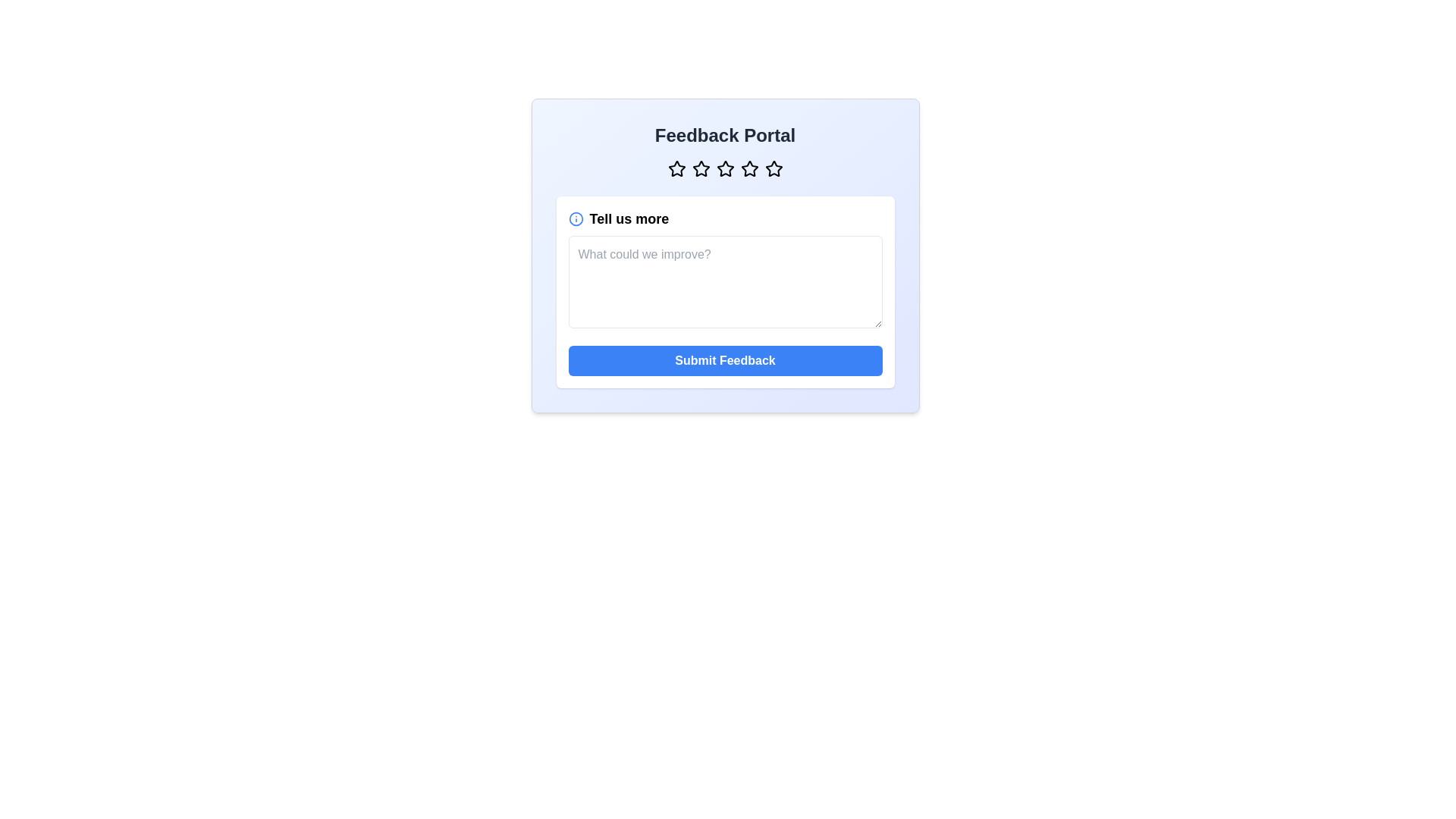 The width and height of the screenshot is (1456, 819). What do you see at coordinates (749, 169) in the screenshot?
I see `the fourth Rating star icon in the Feedback Portal dialog box` at bounding box center [749, 169].